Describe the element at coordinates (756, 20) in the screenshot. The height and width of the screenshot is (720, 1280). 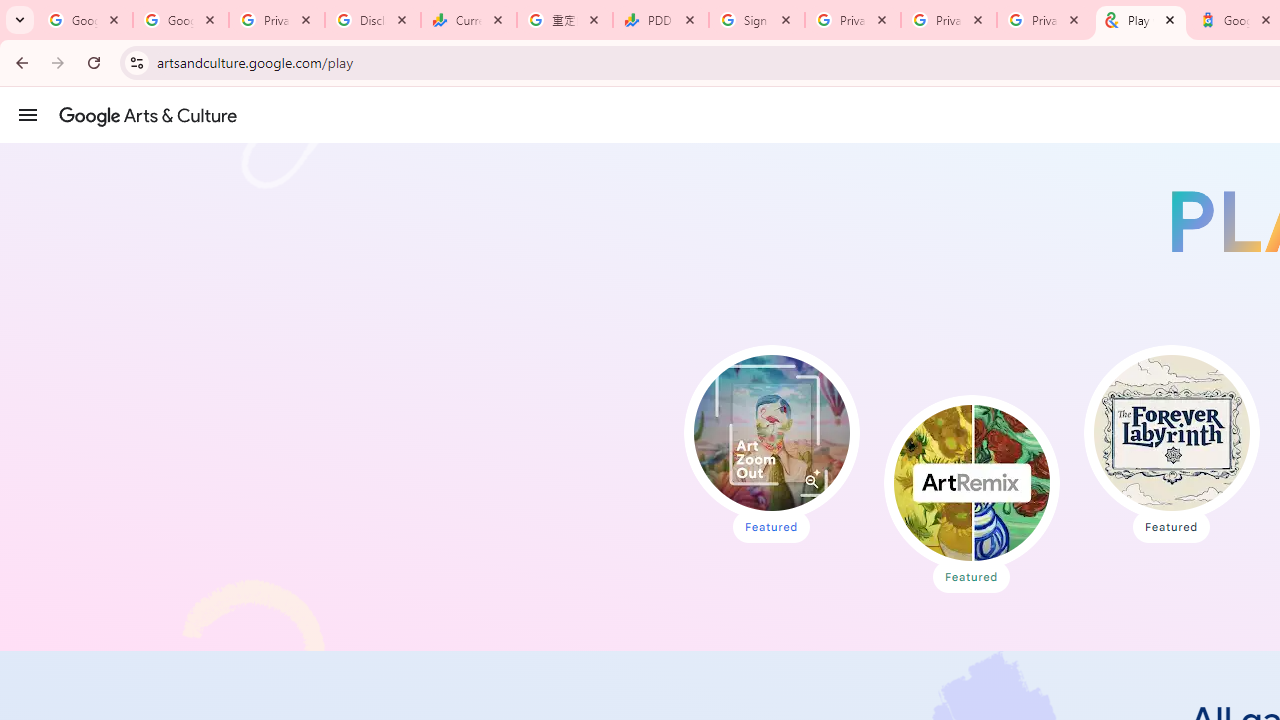
I see `'Sign in - Google Accounts'` at that location.